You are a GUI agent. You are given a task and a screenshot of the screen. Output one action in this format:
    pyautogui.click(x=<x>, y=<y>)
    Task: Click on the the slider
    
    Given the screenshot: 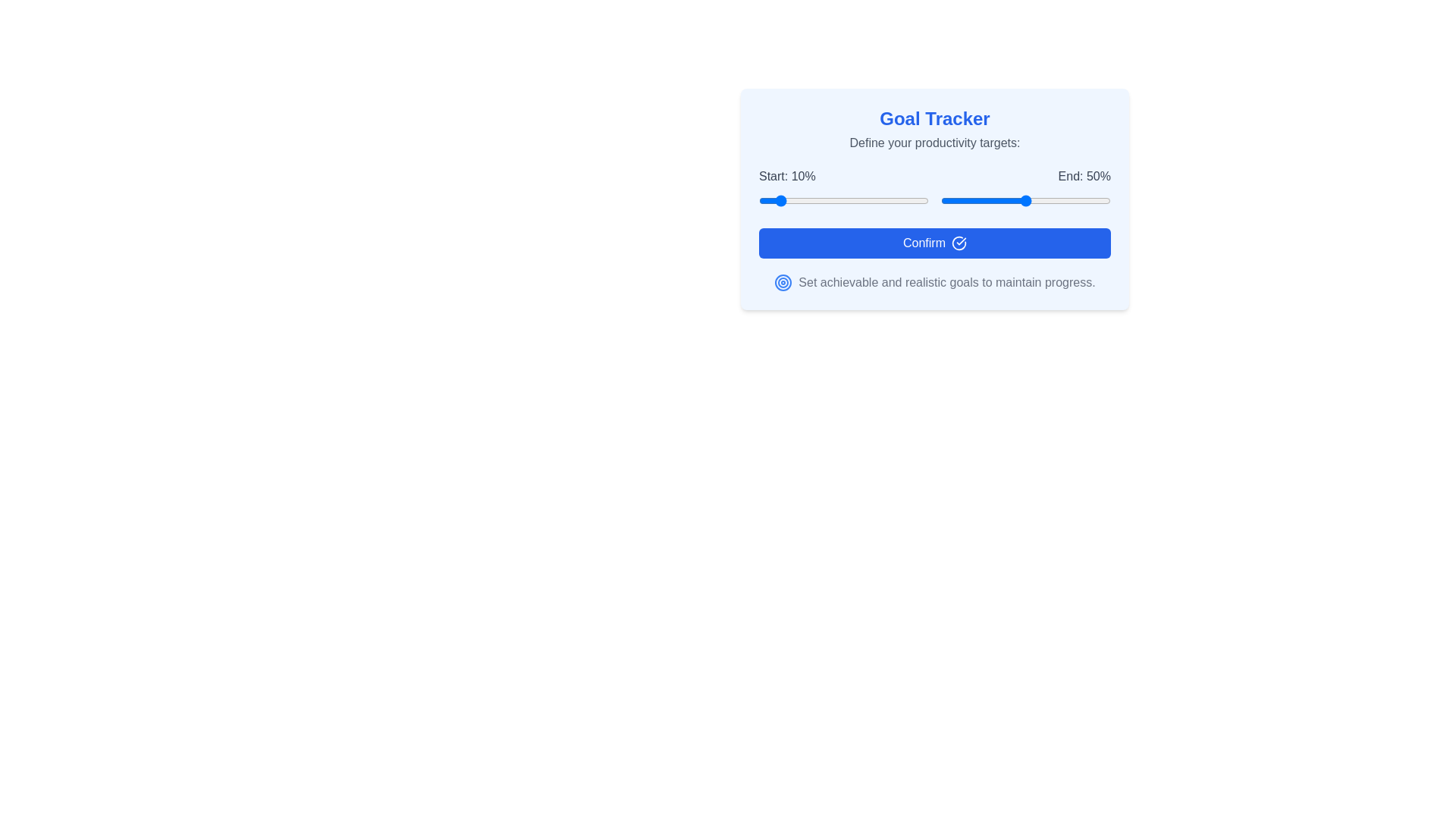 What is the action you would take?
    pyautogui.click(x=1107, y=200)
    